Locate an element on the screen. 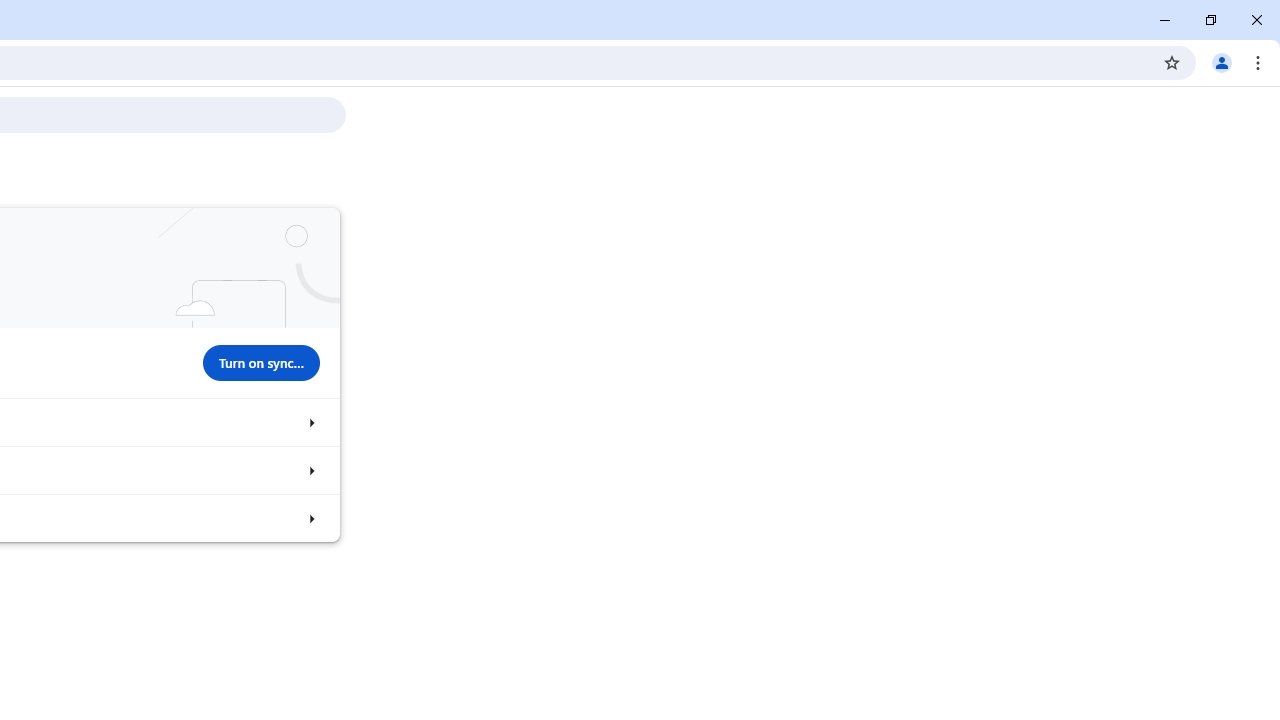 The image size is (1280, 720). 'Customize your Chrome profile' is located at coordinates (310, 470).